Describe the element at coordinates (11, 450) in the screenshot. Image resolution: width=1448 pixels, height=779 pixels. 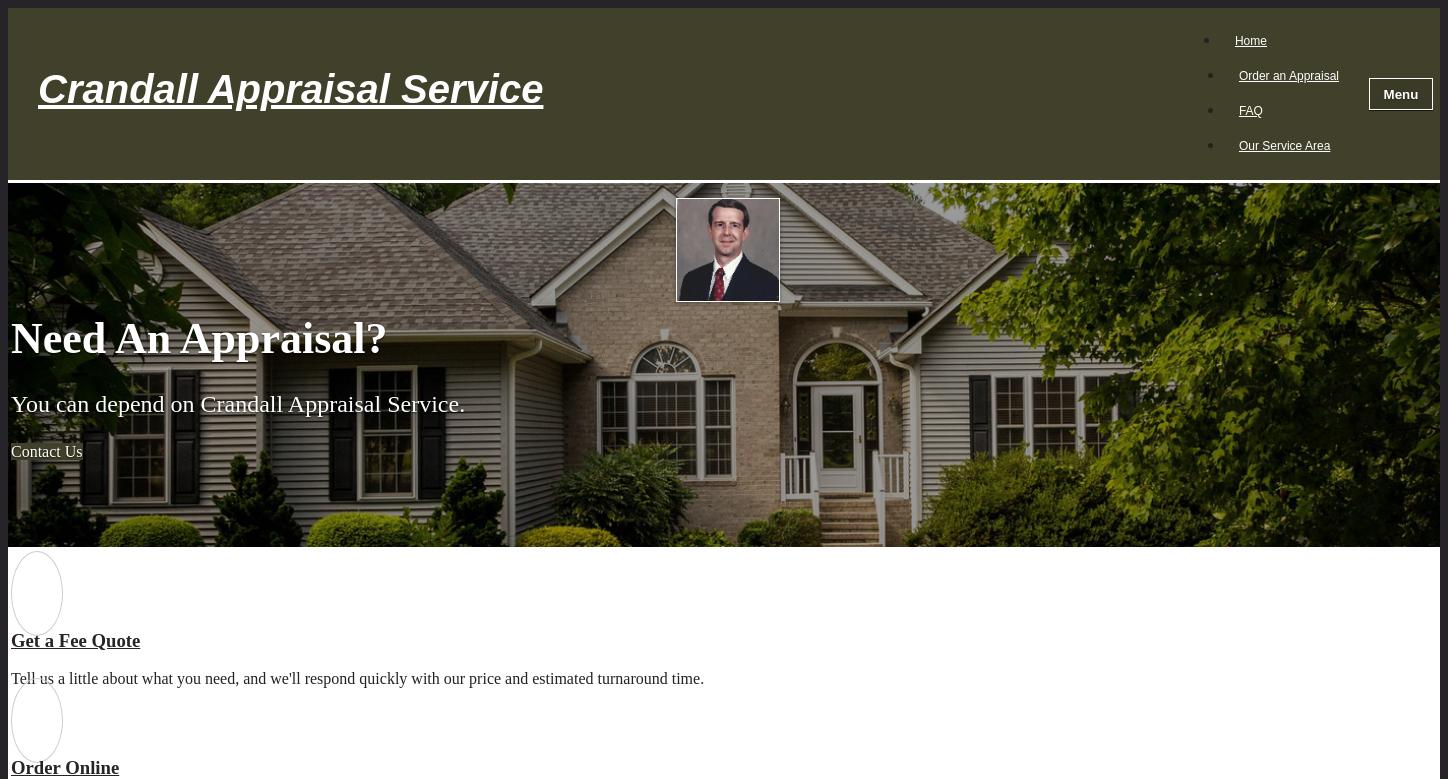
I see `'Contact Us'` at that location.